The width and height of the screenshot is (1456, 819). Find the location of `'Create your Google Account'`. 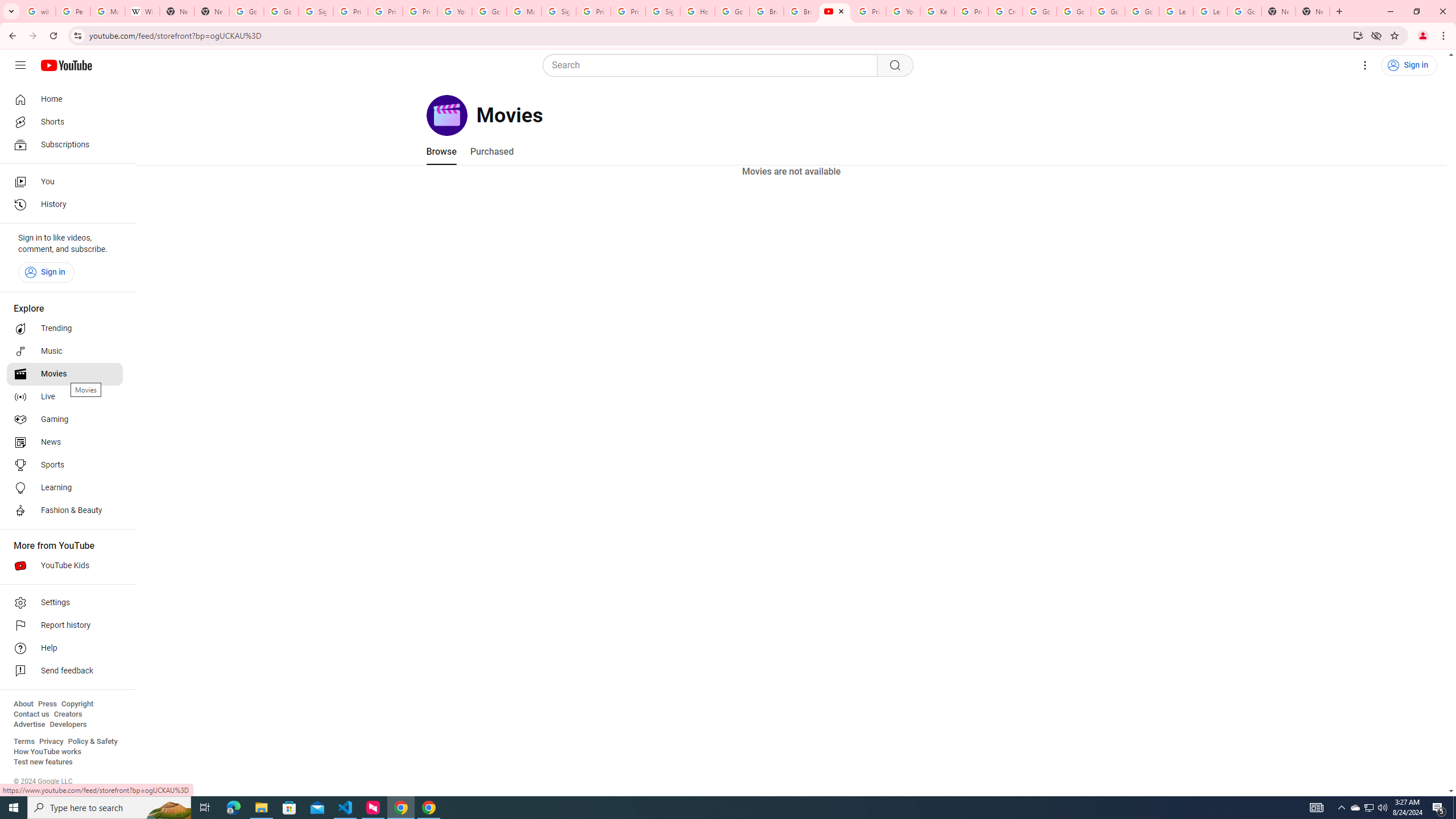

'Create your Google Account' is located at coordinates (1004, 11).